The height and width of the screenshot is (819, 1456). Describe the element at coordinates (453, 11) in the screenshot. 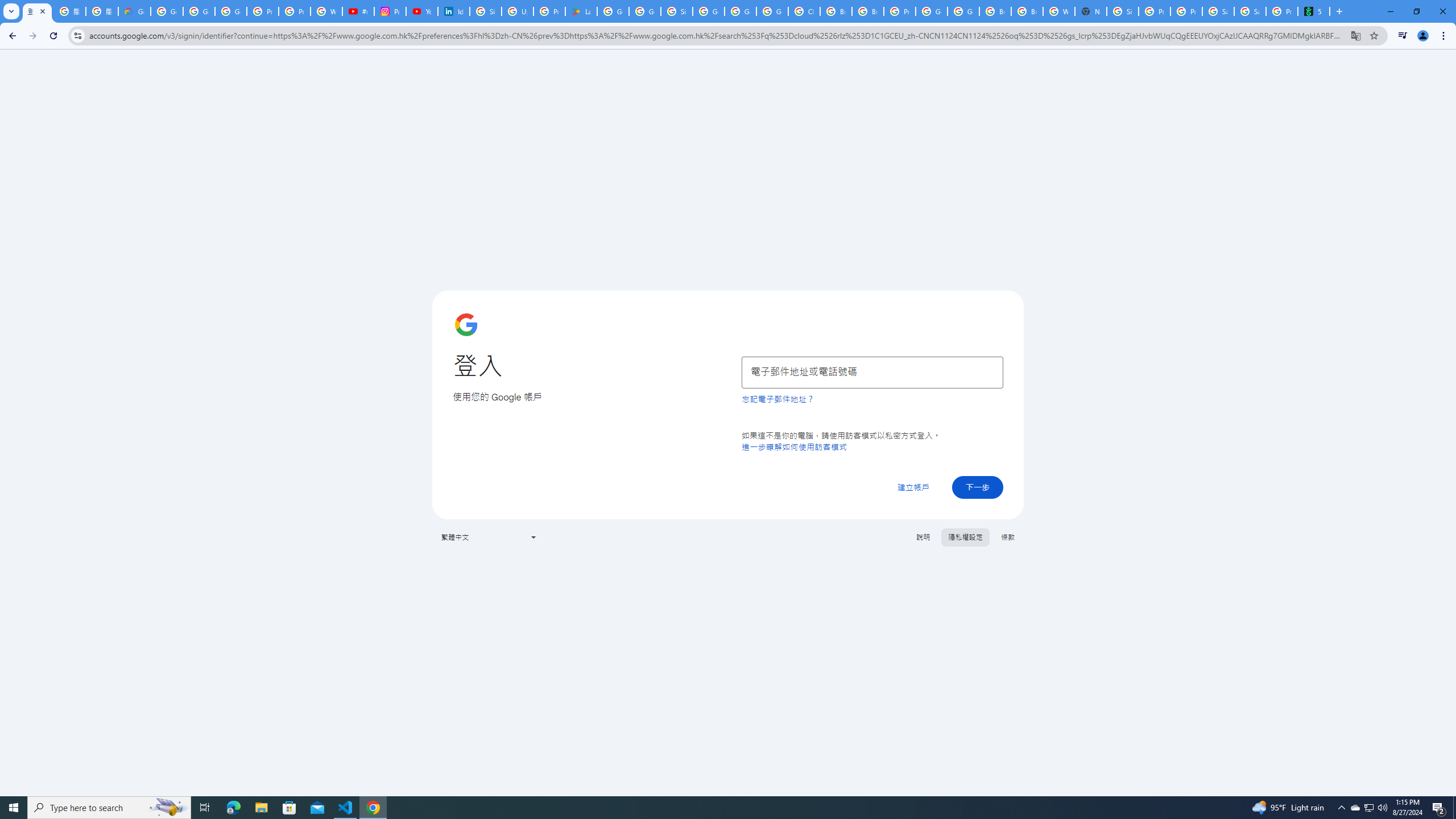

I see `'Identity verification via Persona | LinkedIn Help'` at that location.